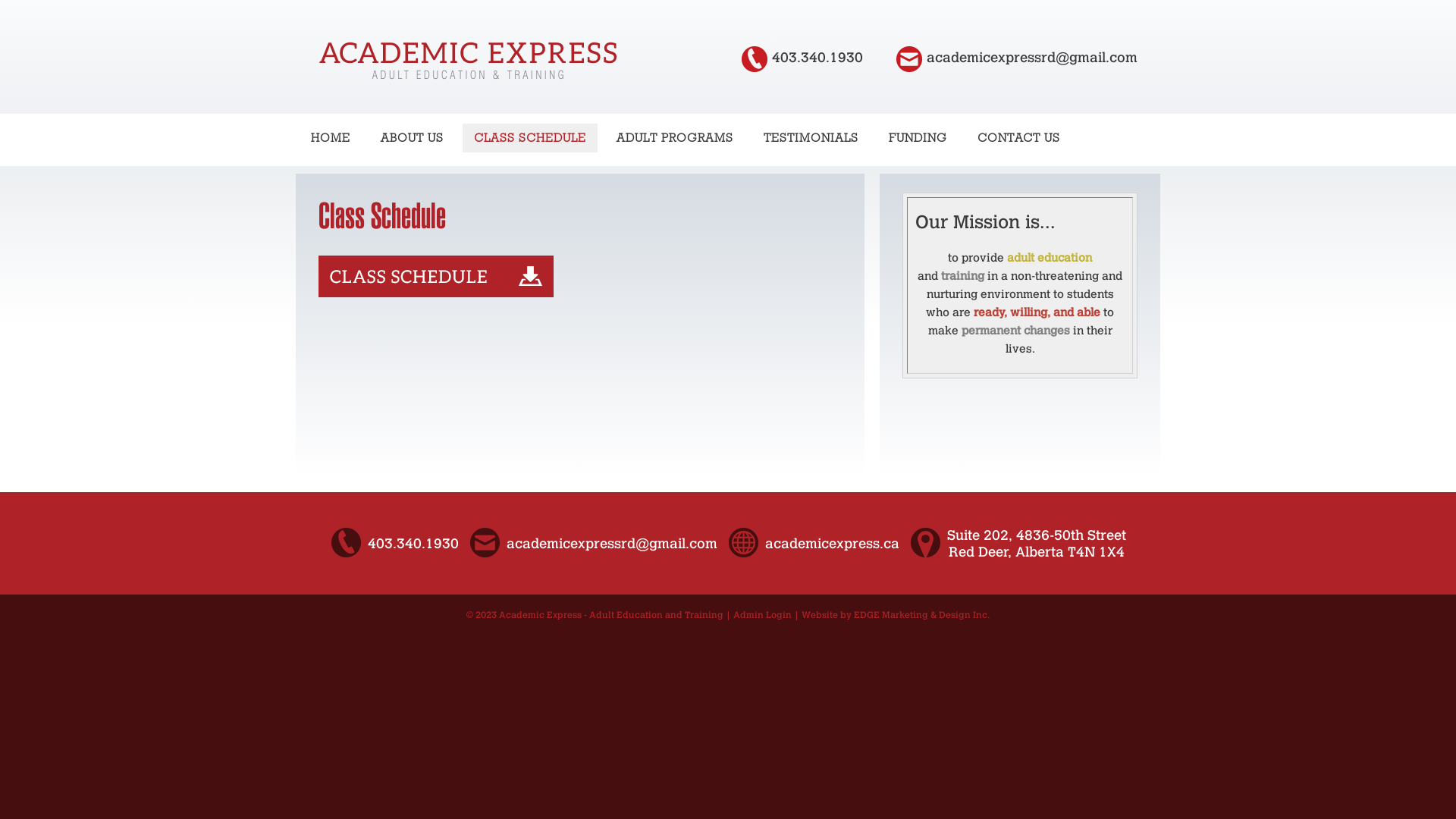 The width and height of the screenshot is (1456, 819). I want to click on 'CONTACT US', so click(965, 137).